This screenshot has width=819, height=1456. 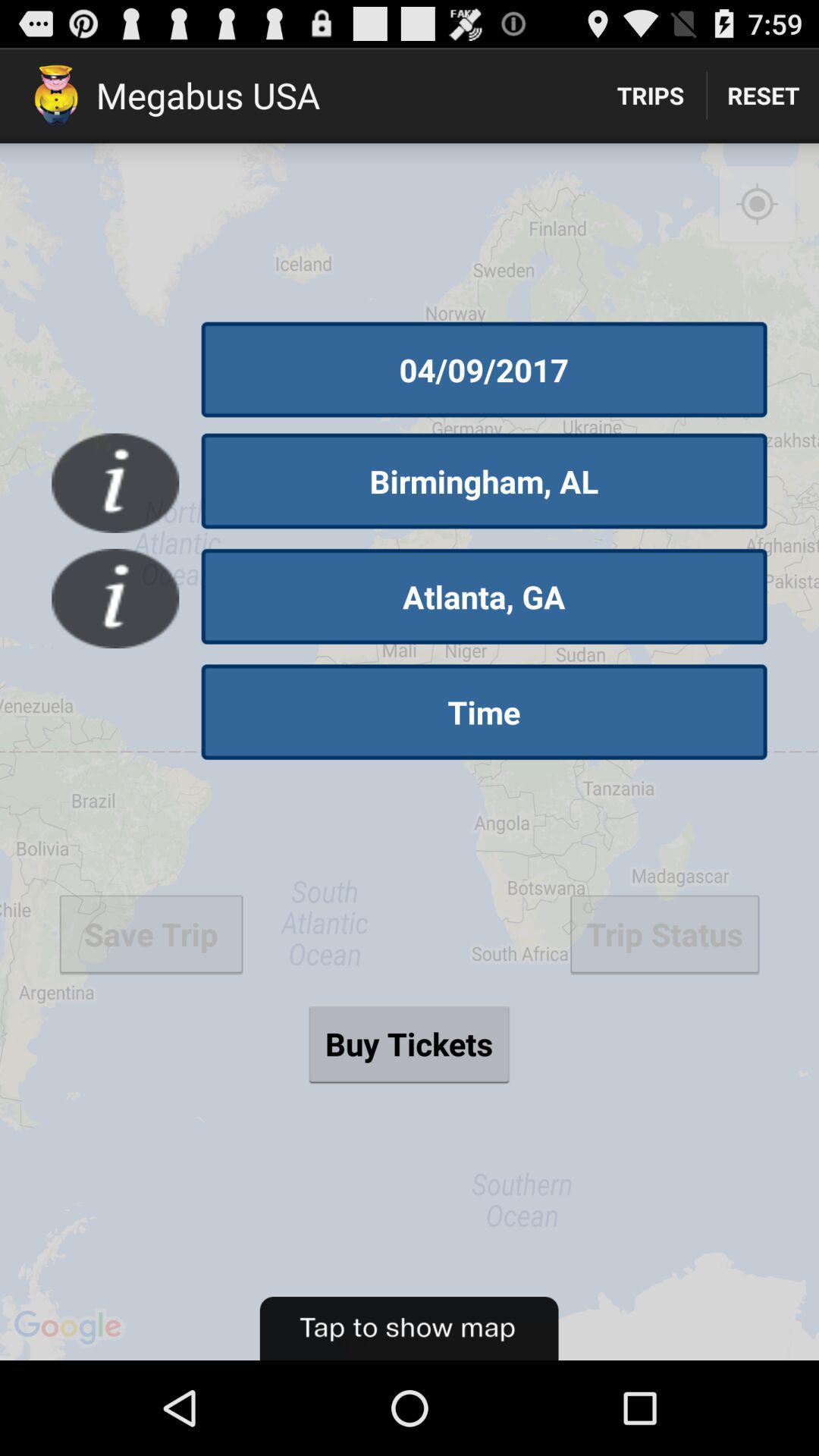 What do you see at coordinates (484, 595) in the screenshot?
I see `icon above time button` at bounding box center [484, 595].